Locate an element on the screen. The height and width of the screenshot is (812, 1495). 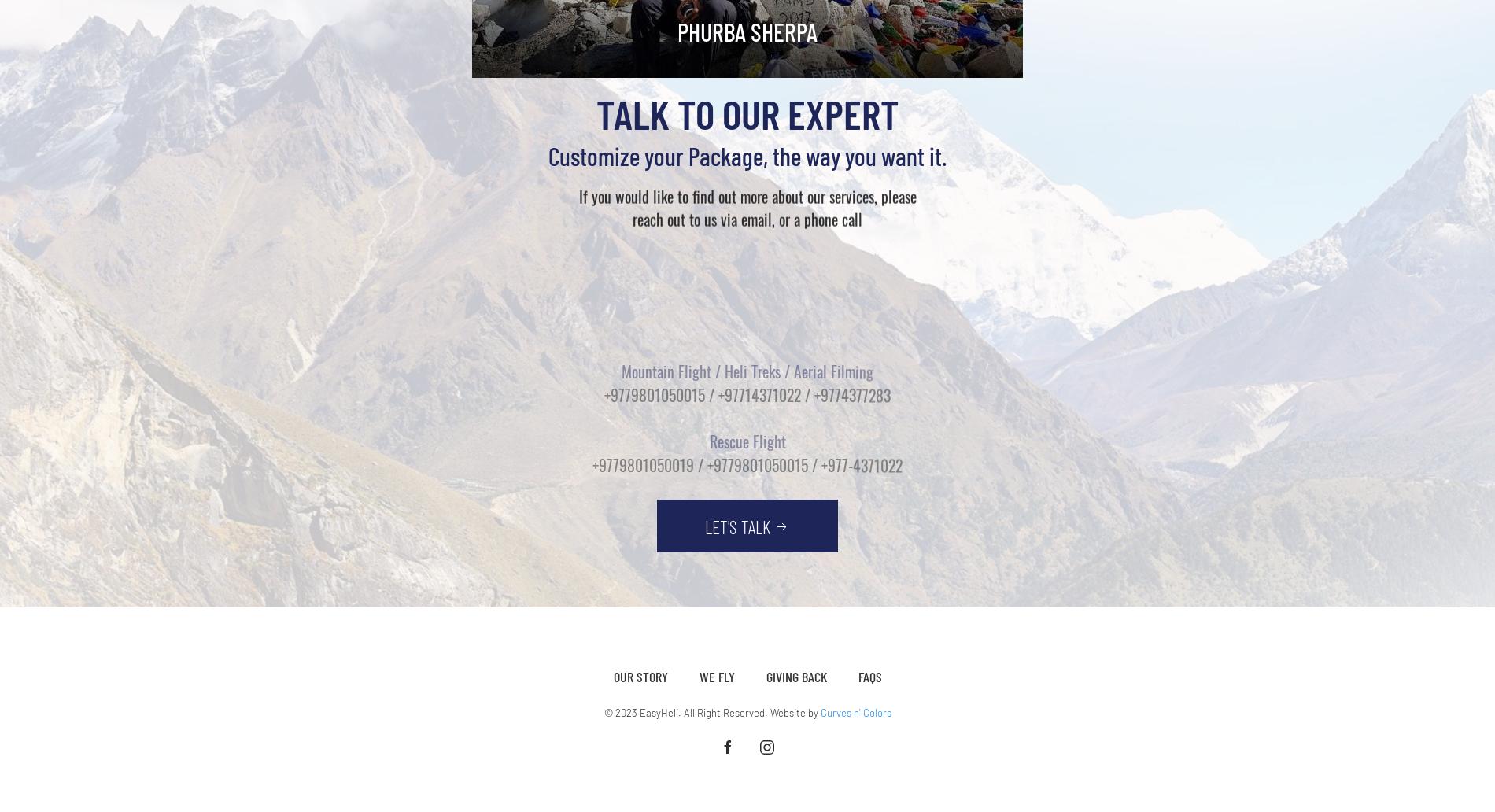
'Mountain Flight / Heli Treks / Aerial Filming' is located at coordinates (621, 268).